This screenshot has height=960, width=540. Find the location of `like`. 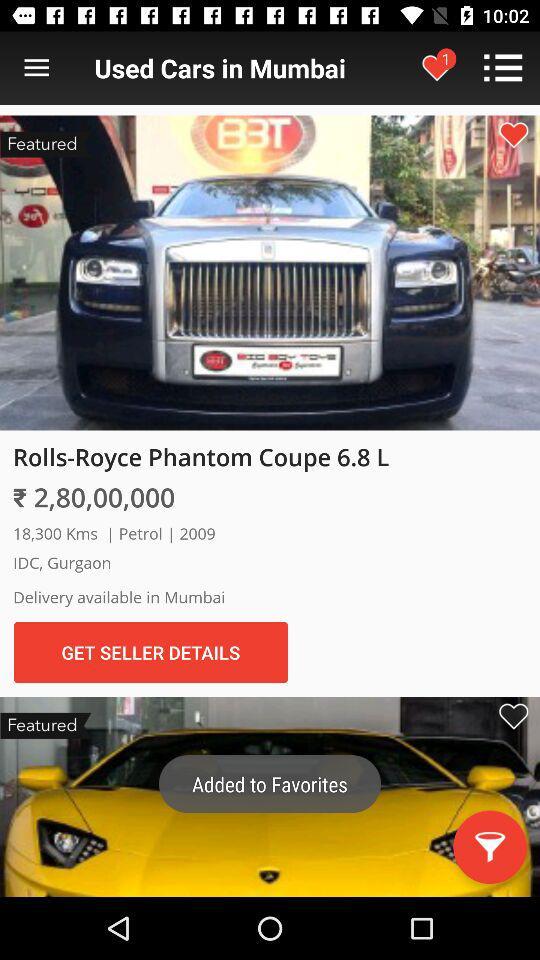

like is located at coordinates (513, 134).